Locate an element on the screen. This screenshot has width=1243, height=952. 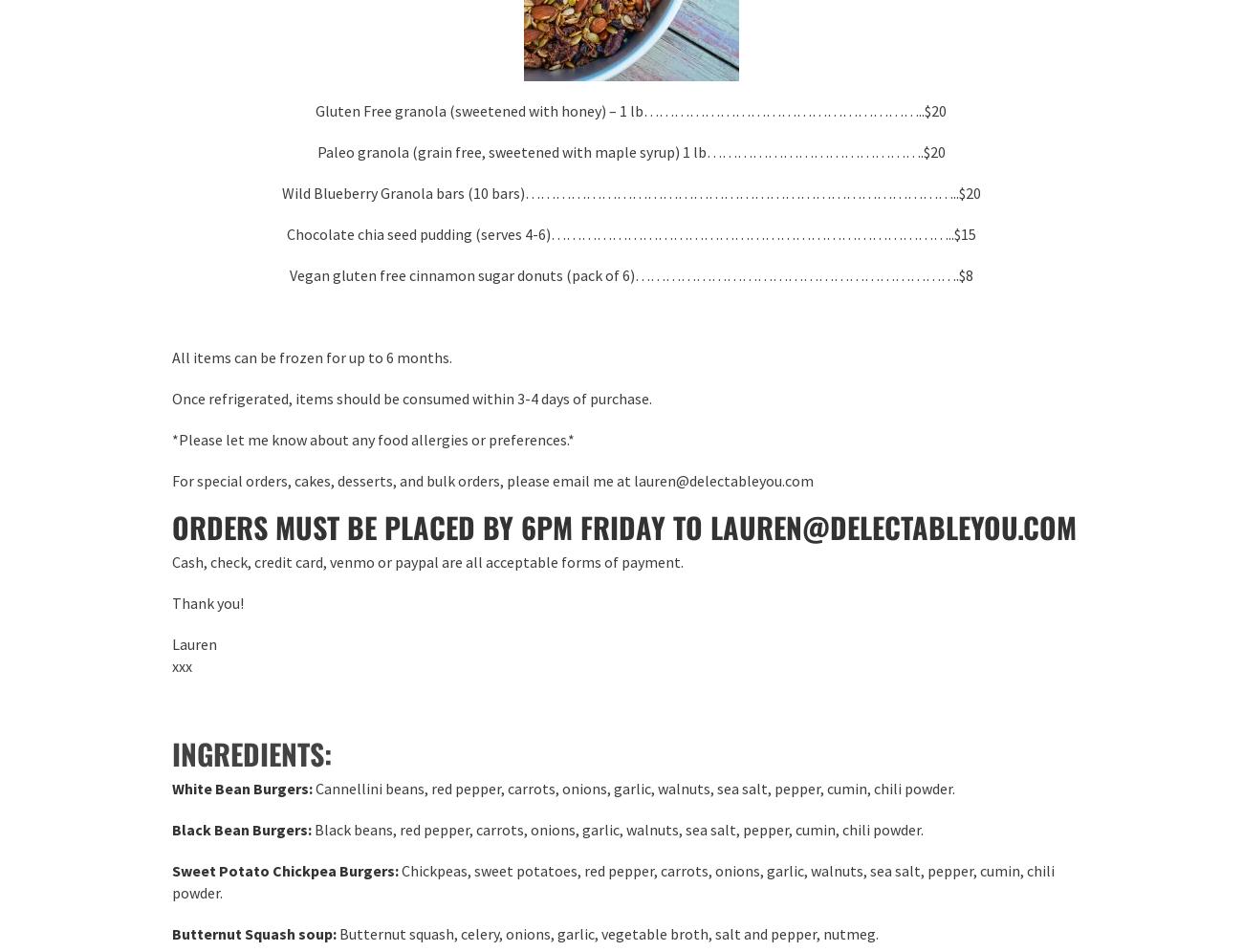
'Wild Blueberry Granola bars (10 bars)…………………………………………………………………………..$20' is located at coordinates (629, 192).